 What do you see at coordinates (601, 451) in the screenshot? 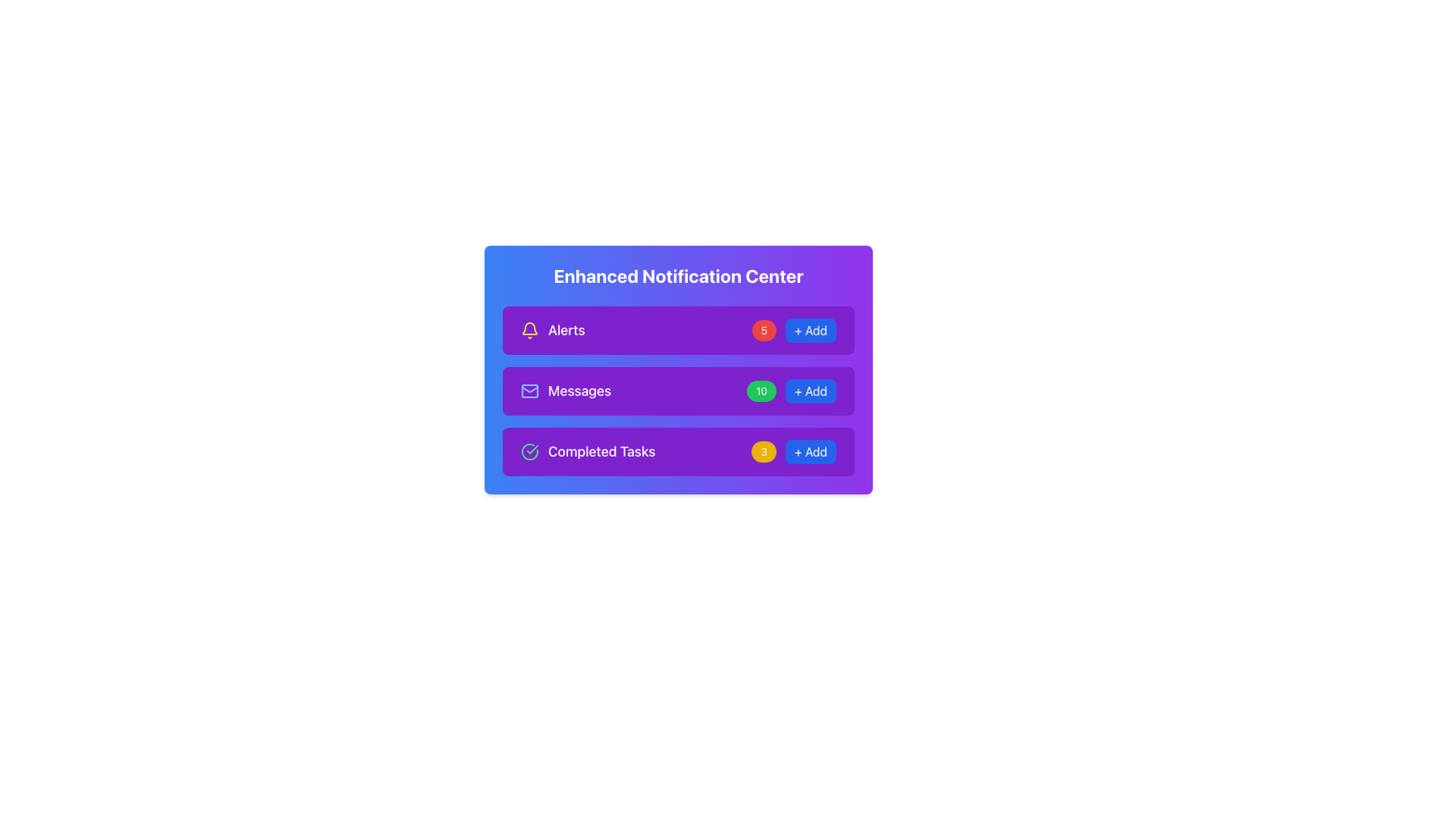
I see `the 'Completed Tasks' text label, which is displayed in a bold, medium-sized font and is part of the notification categories in the Enhanced Notification Center` at bounding box center [601, 451].